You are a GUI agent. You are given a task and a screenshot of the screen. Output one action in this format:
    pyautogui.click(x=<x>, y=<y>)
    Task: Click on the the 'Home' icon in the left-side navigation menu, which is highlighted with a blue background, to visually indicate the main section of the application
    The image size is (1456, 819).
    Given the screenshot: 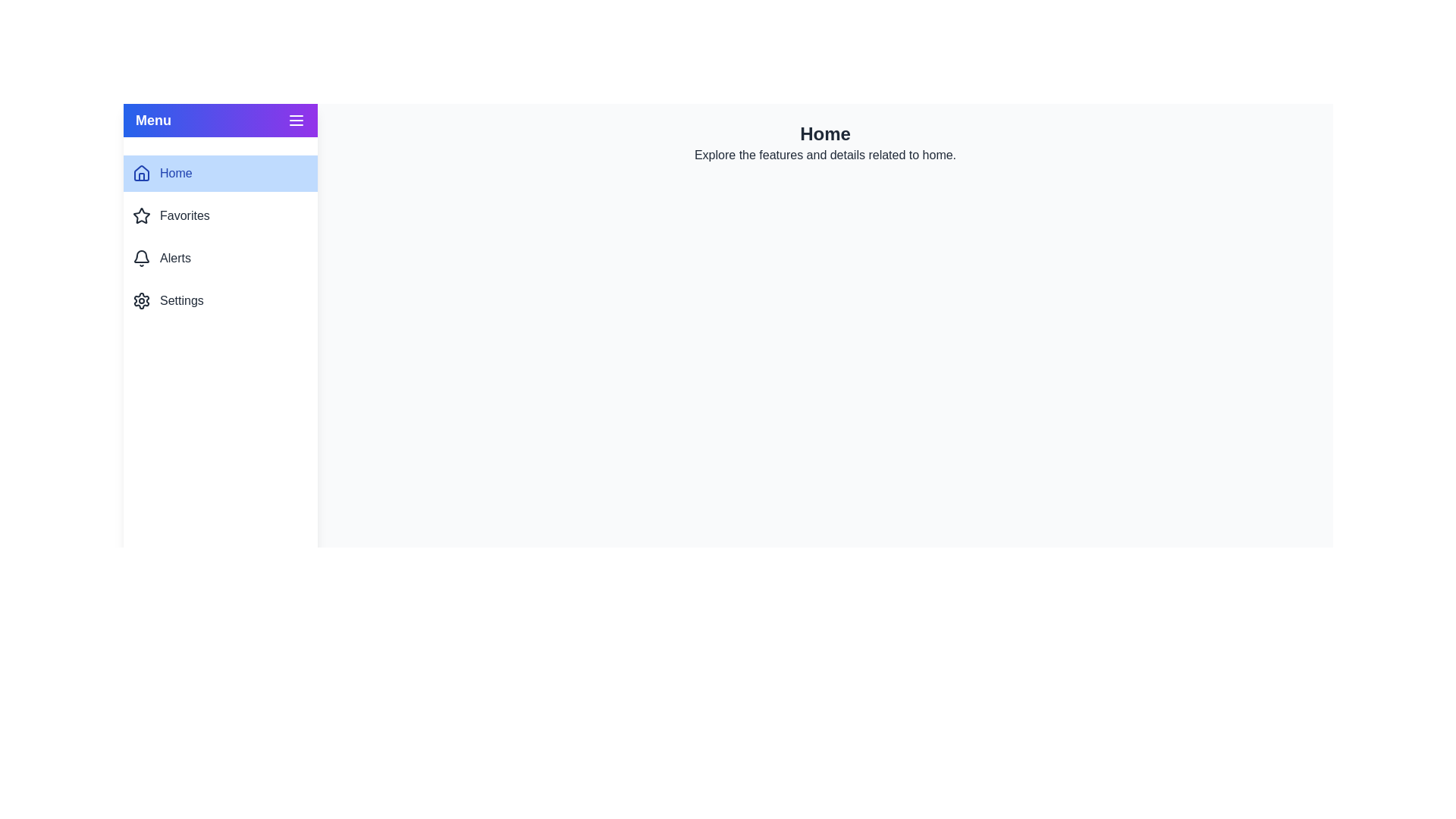 What is the action you would take?
    pyautogui.click(x=142, y=171)
    